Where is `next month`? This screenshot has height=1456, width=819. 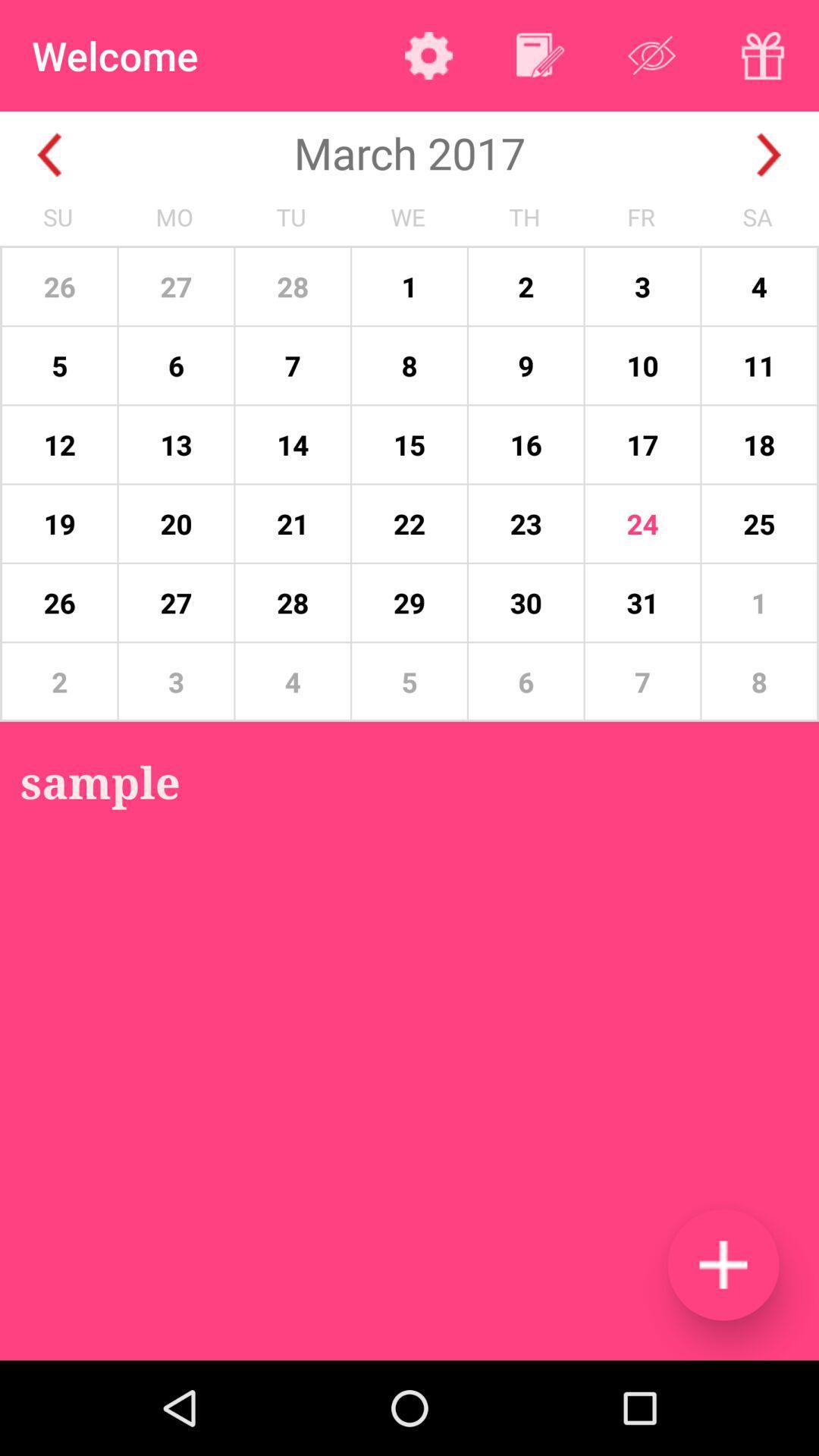 next month is located at coordinates (769, 155).